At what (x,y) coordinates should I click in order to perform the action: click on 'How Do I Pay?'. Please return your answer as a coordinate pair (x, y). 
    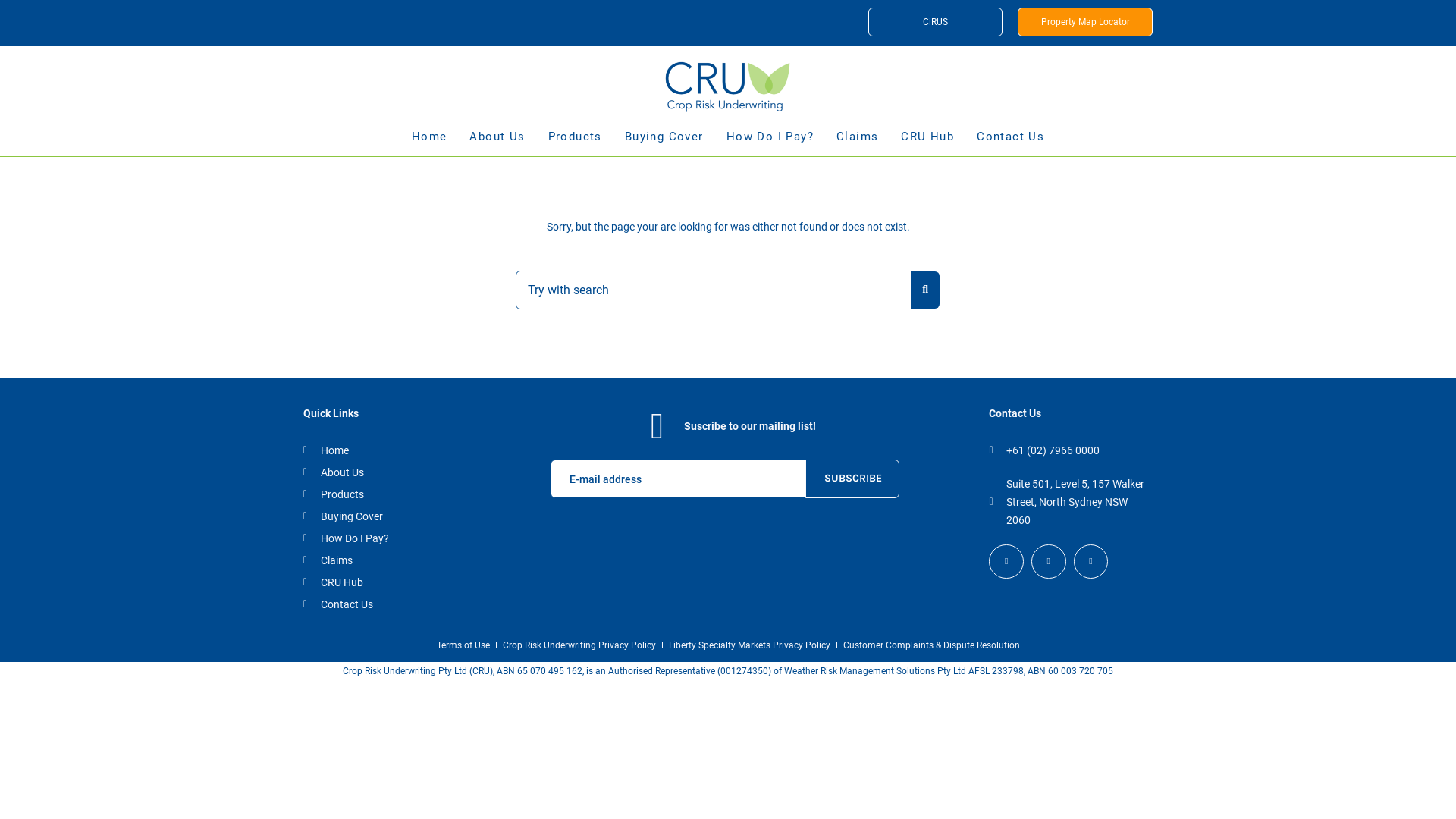
    Looking at the image, I should click on (382, 537).